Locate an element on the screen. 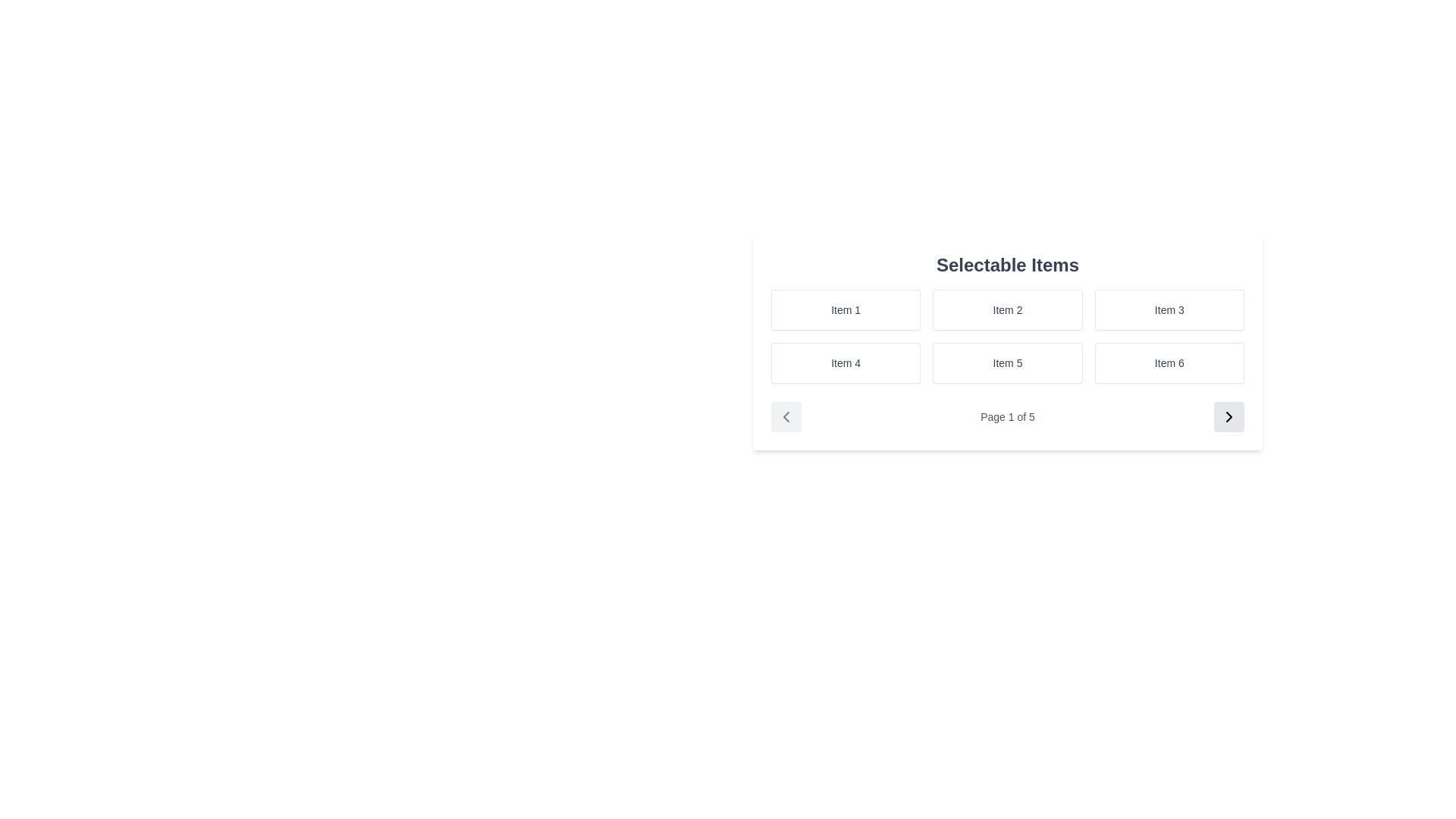  the selectable item button located in the second row, first column of the grid under the title 'Selectable Items' is located at coordinates (845, 362).